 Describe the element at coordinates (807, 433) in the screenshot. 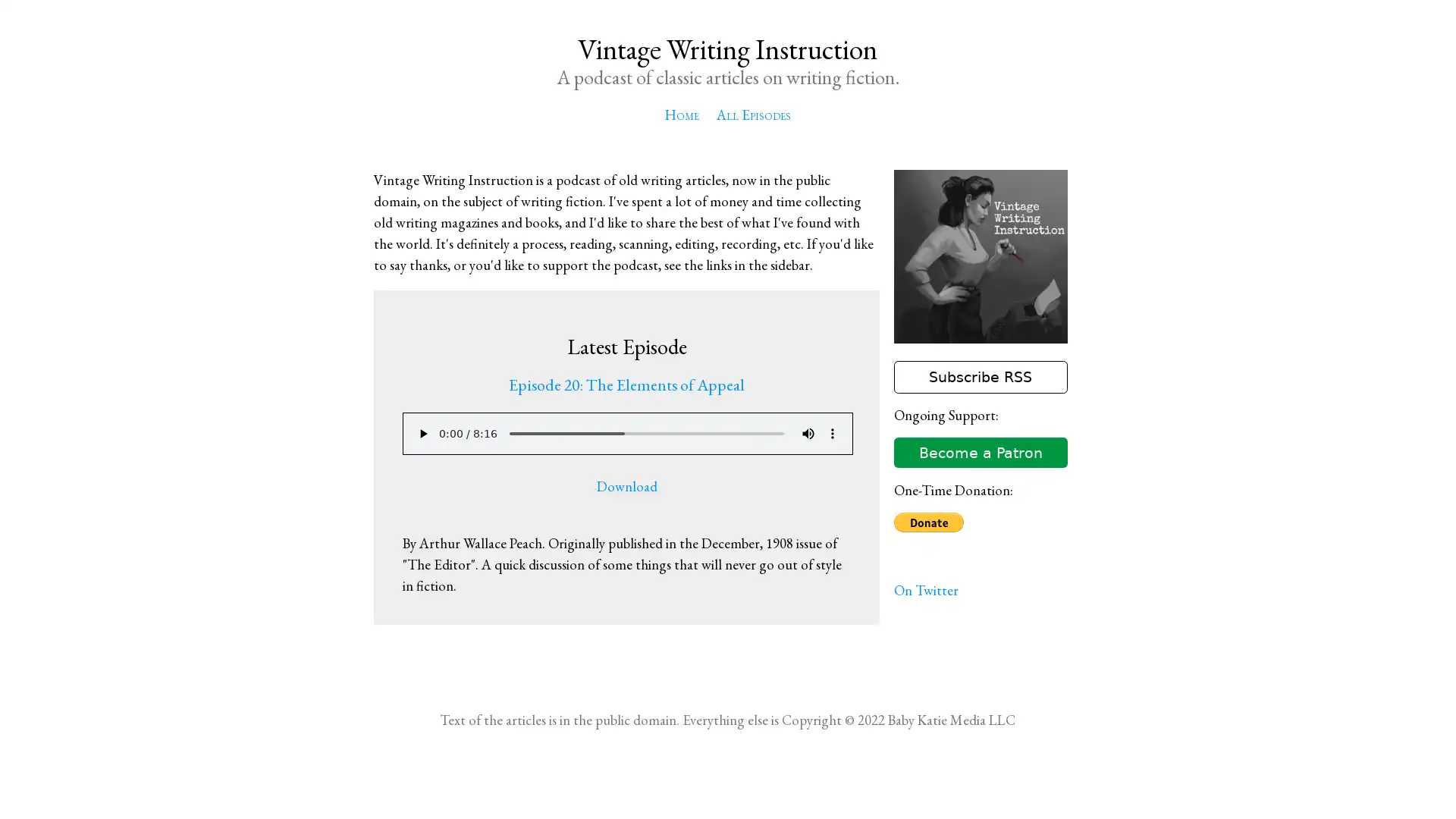

I see `mute` at that location.